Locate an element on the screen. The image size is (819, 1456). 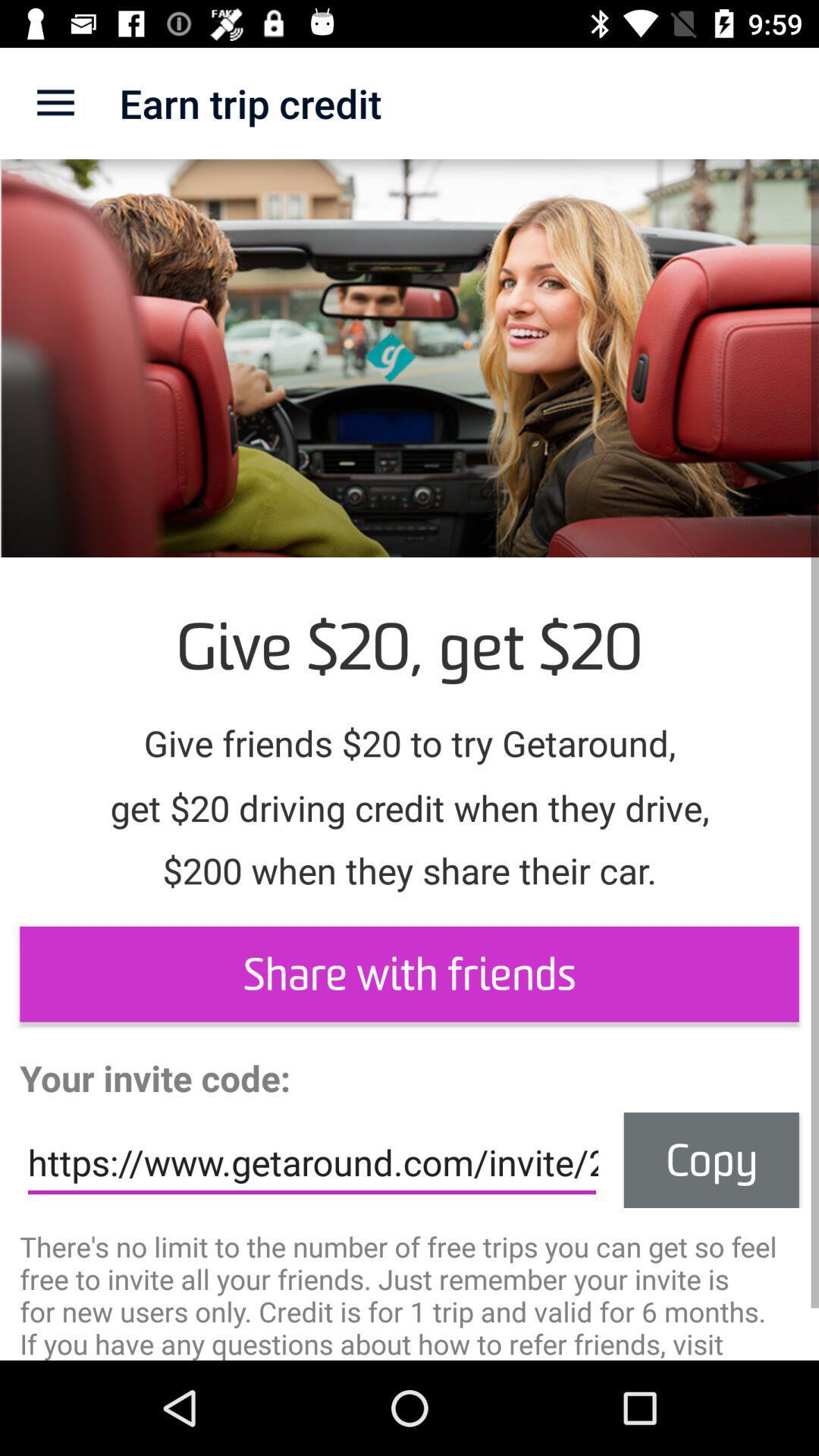
item above the there s no icon is located at coordinates (311, 1162).